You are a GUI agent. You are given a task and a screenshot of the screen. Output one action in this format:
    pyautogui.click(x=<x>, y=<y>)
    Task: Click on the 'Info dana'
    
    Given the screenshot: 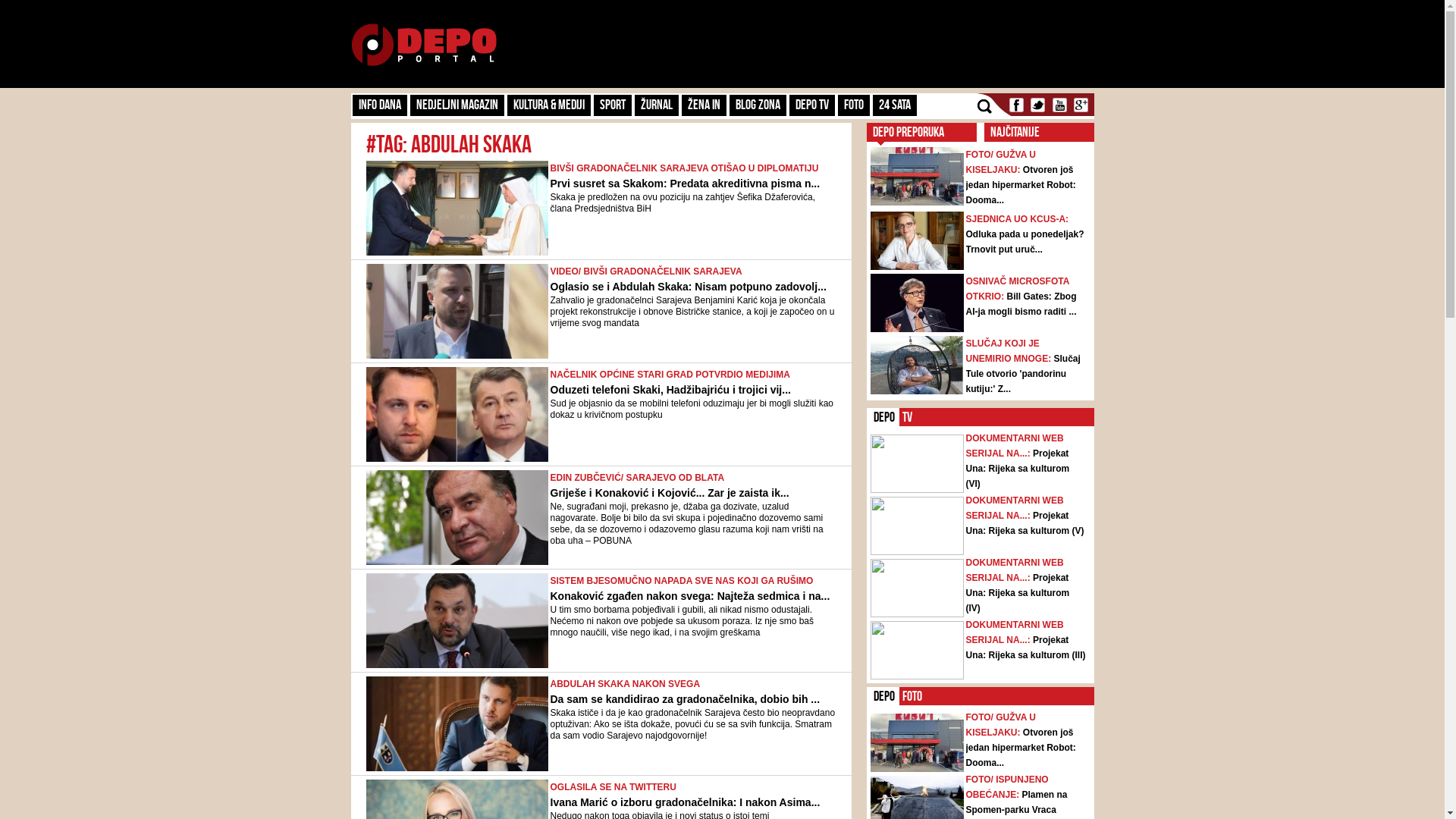 What is the action you would take?
    pyautogui.click(x=378, y=104)
    